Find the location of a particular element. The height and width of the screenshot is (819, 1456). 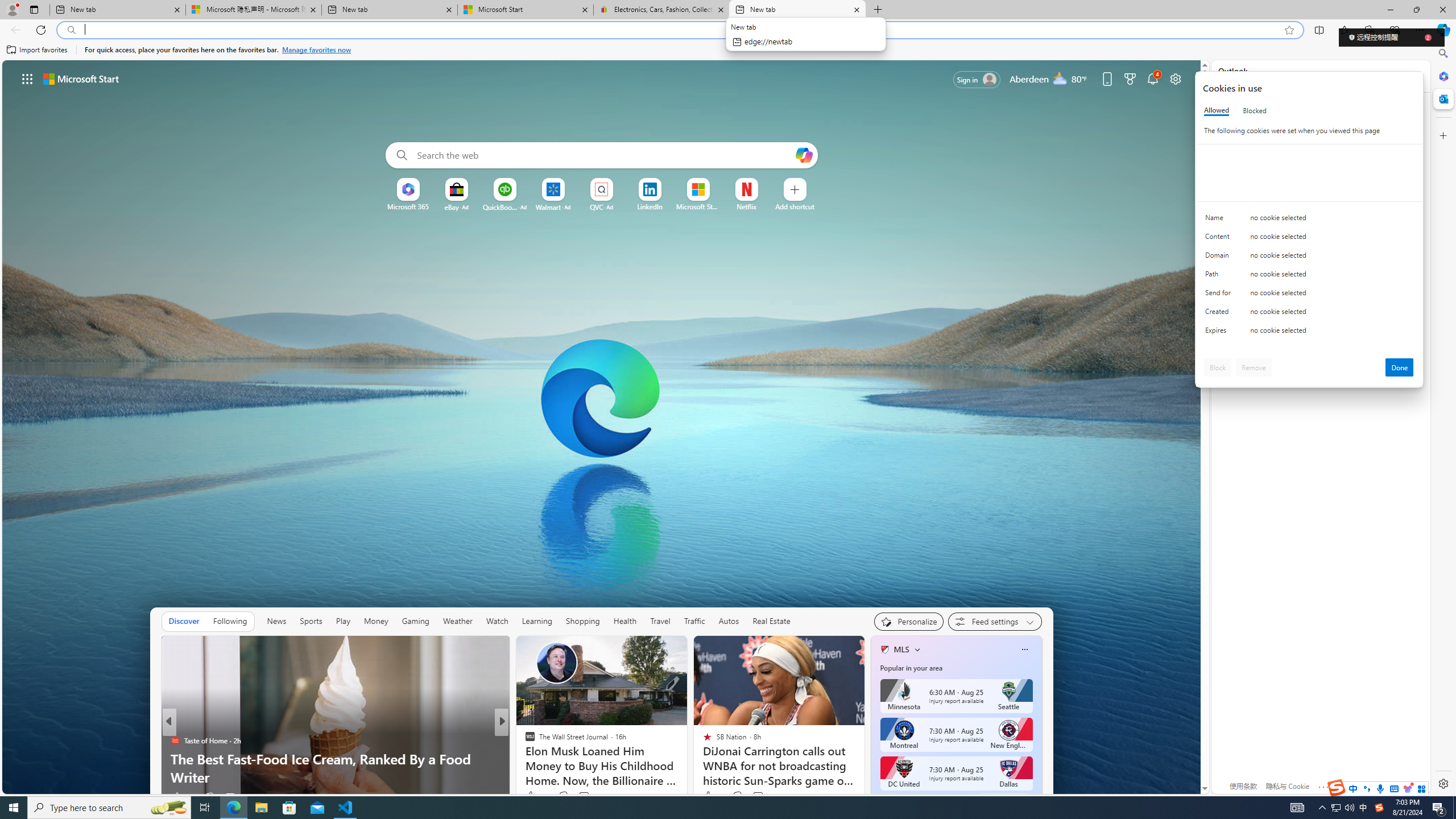

'Created' is located at coordinates (1219, 313).